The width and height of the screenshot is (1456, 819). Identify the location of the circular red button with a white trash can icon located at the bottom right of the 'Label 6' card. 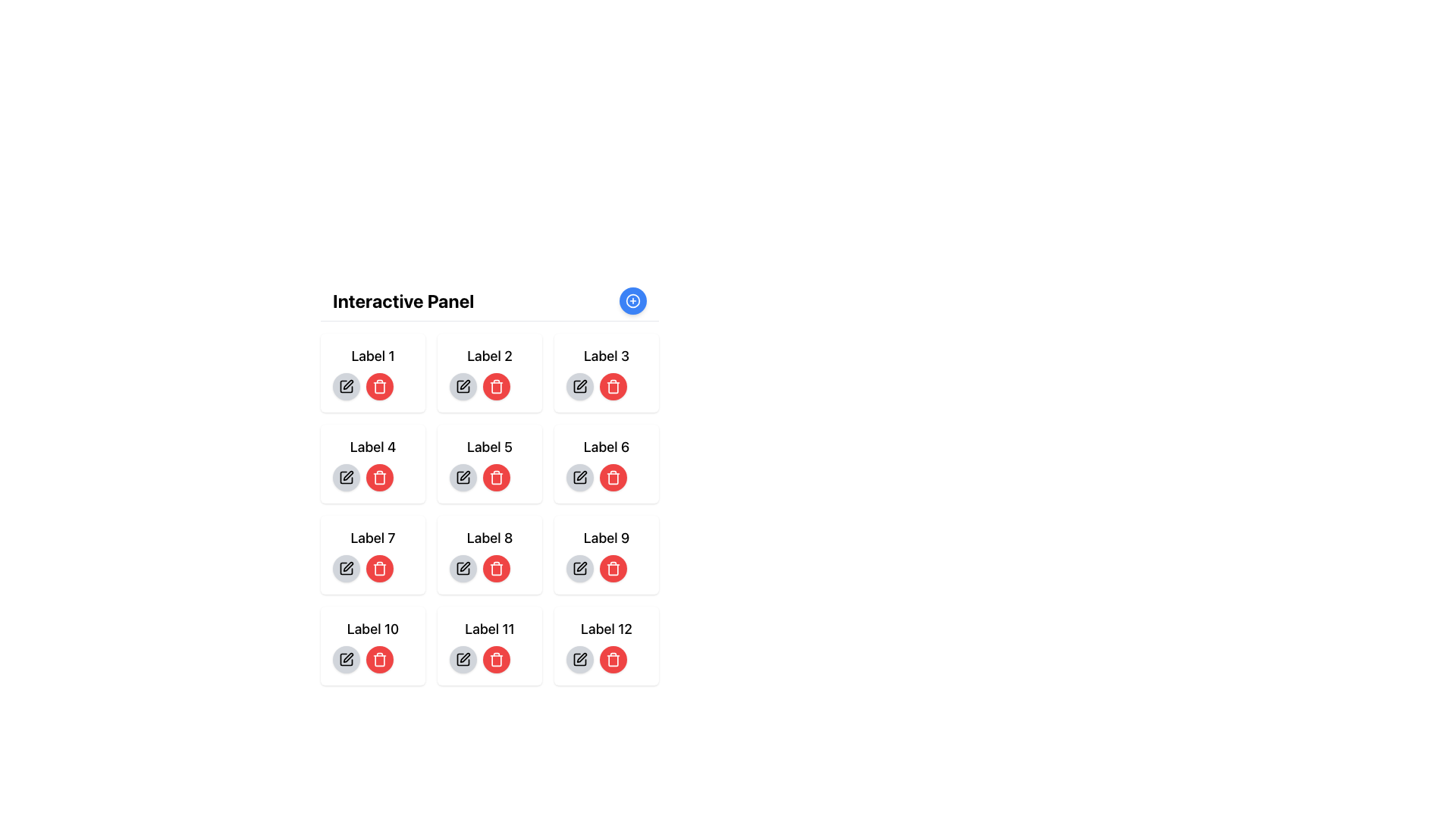
(613, 476).